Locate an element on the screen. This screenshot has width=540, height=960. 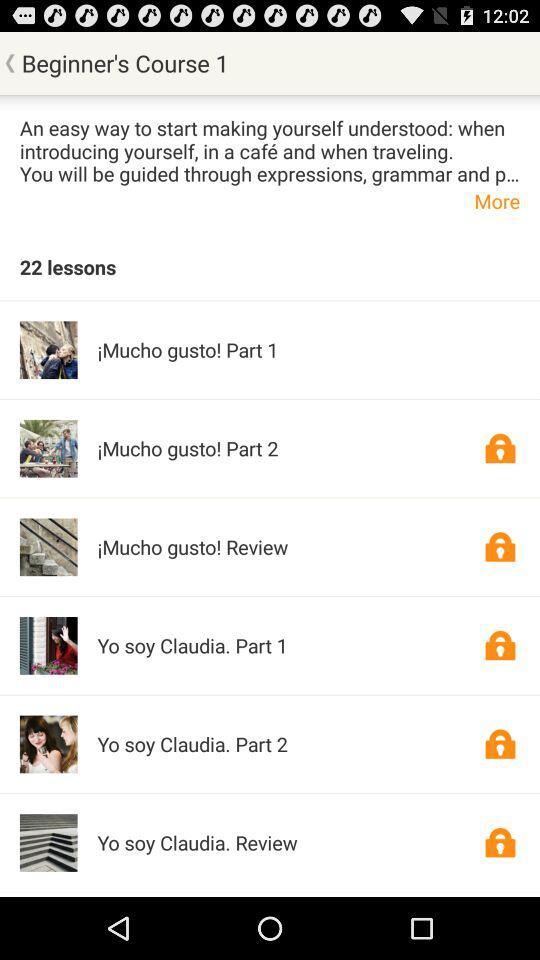
unlock is located at coordinates (499, 448).